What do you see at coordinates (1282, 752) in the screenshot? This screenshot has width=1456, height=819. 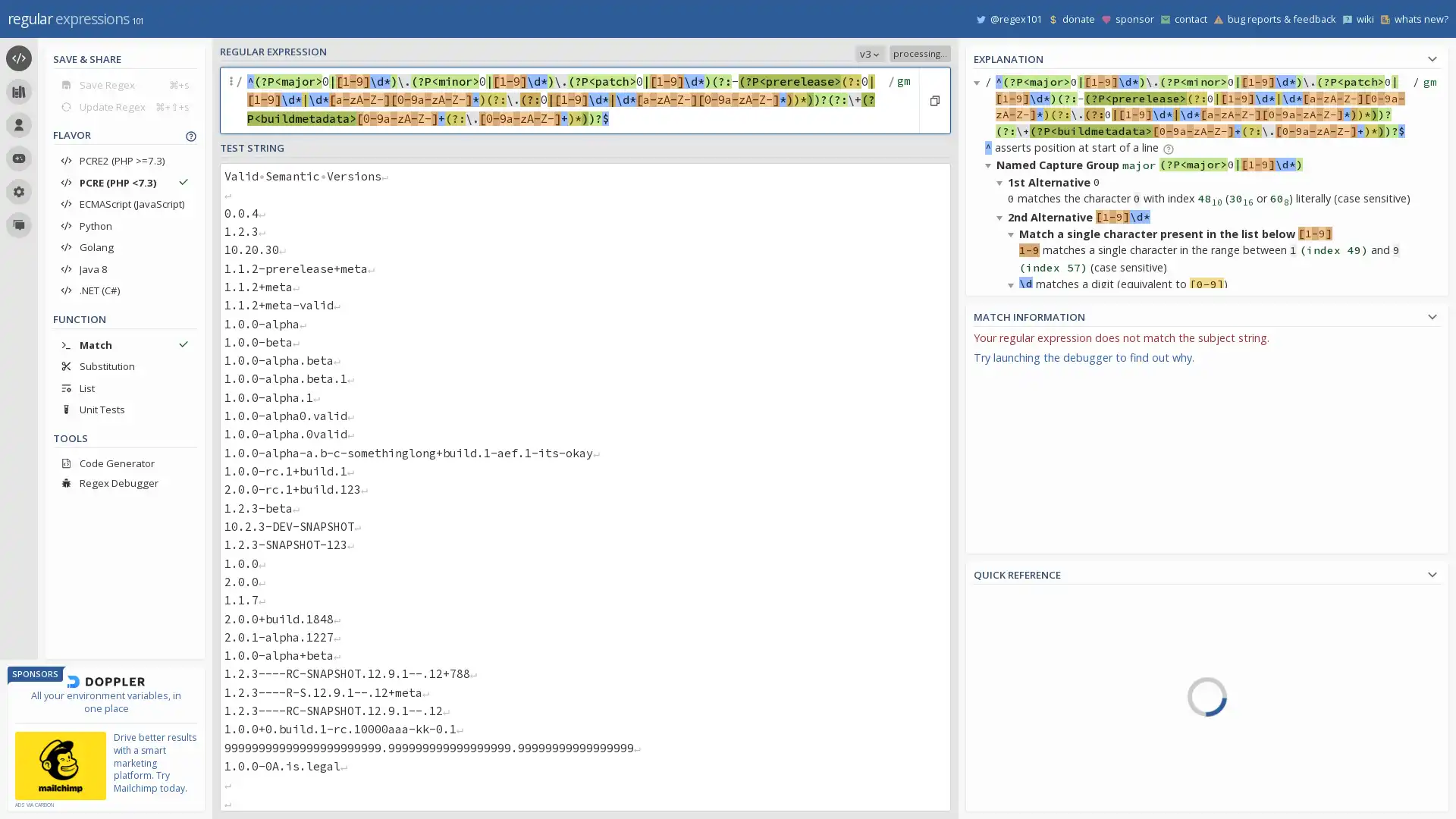 I see `Any whitespace character \s` at bounding box center [1282, 752].